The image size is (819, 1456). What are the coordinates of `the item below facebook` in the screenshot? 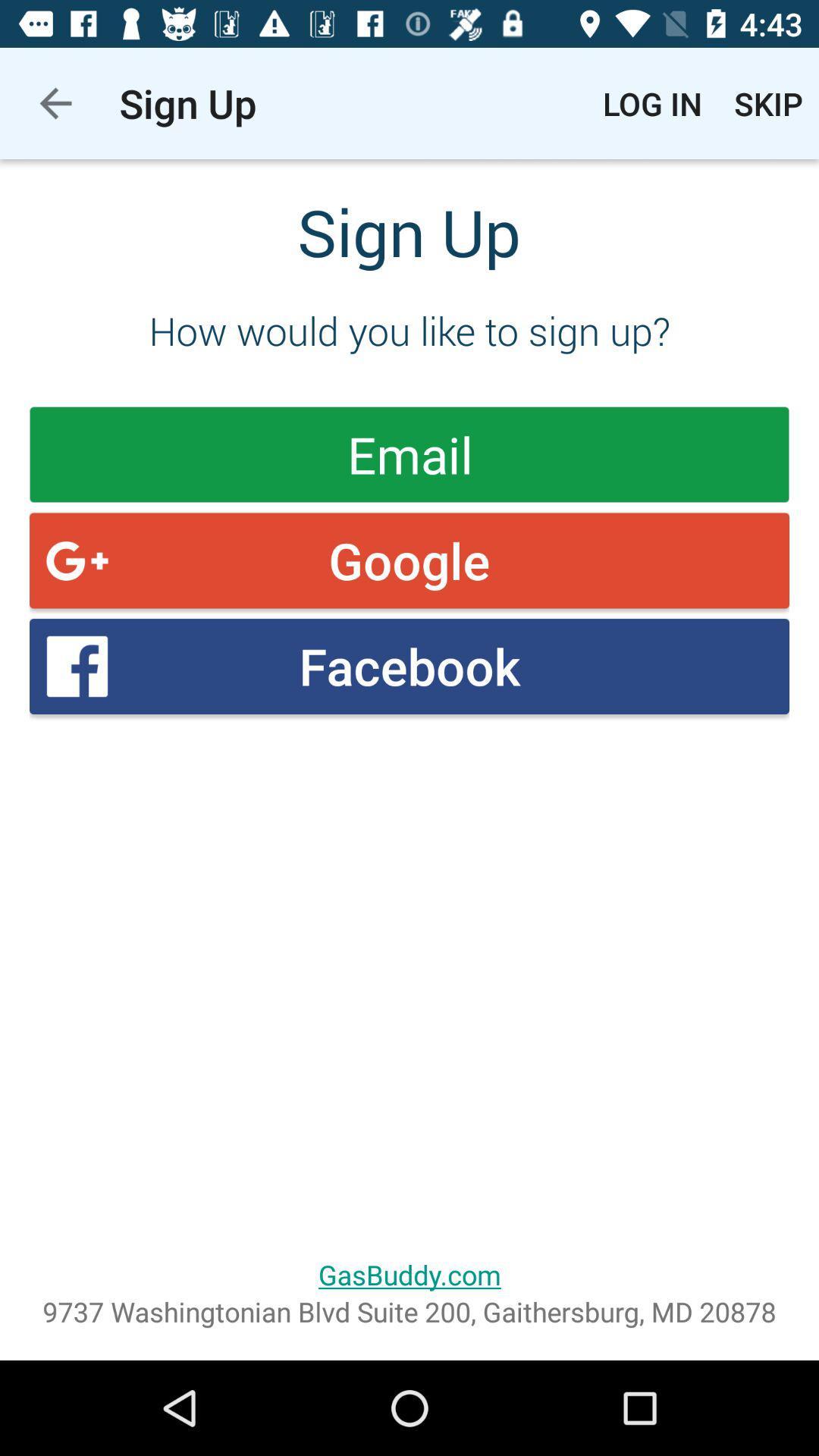 It's located at (409, 1274).